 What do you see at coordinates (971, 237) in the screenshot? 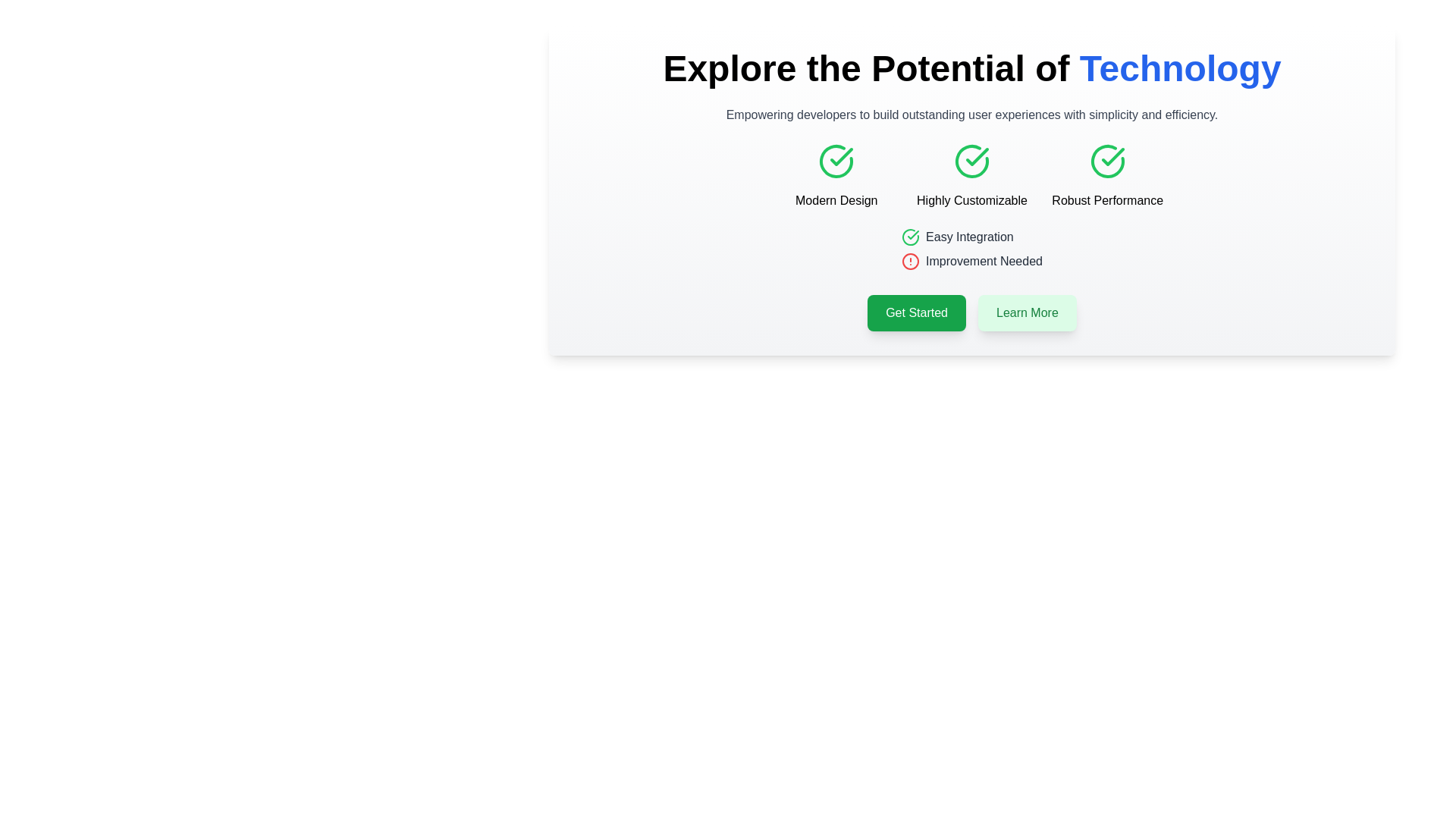
I see `the informational item featuring a green checkmark icon and the label 'Easy Integration', which is the first item in the vertical list under the header 'Explore the Potential of Technology'` at bounding box center [971, 237].